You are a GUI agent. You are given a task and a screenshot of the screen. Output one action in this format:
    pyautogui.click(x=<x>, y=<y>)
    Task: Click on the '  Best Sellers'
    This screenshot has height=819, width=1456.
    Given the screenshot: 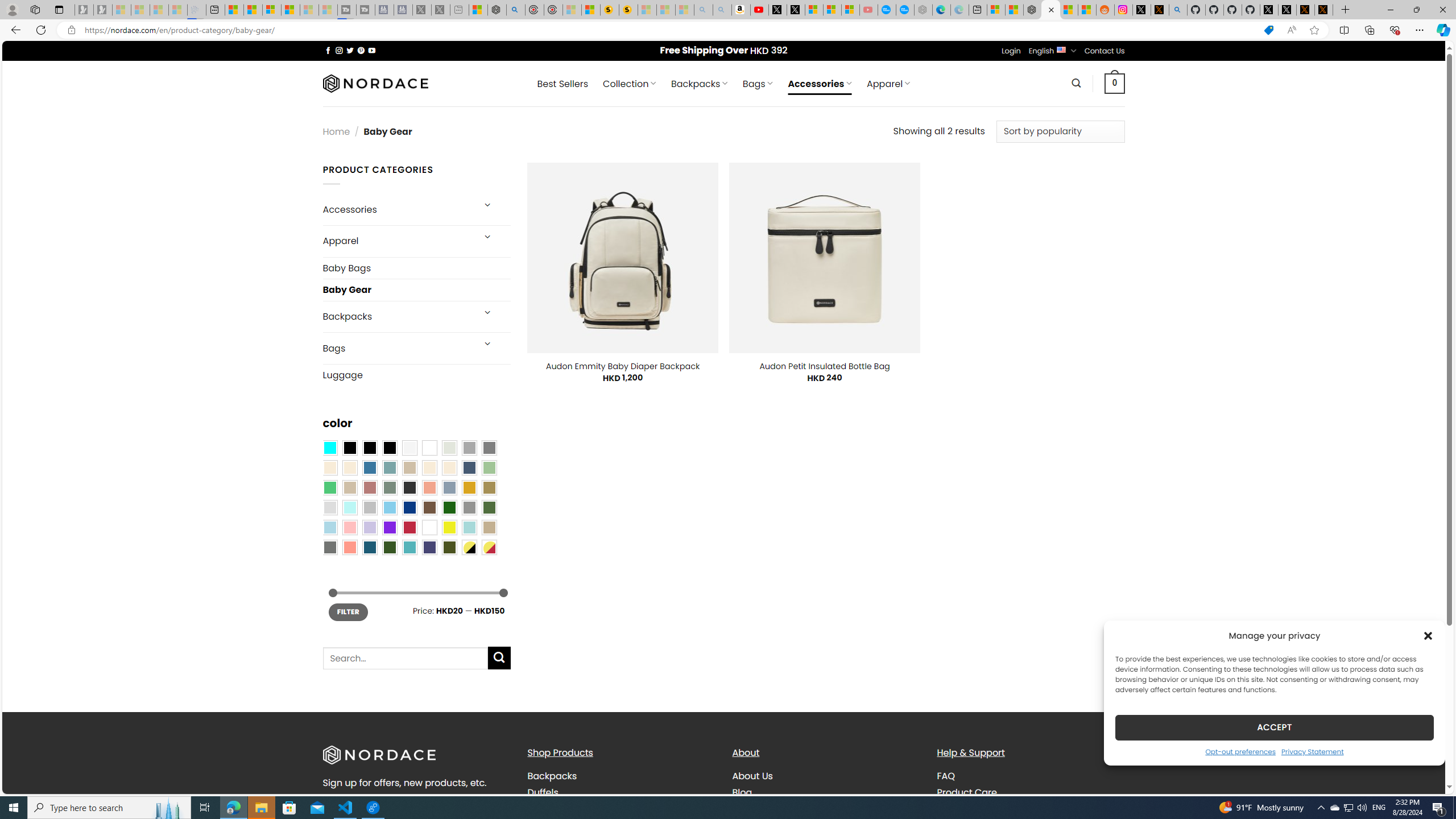 What is the action you would take?
    pyautogui.click(x=562, y=83)
    